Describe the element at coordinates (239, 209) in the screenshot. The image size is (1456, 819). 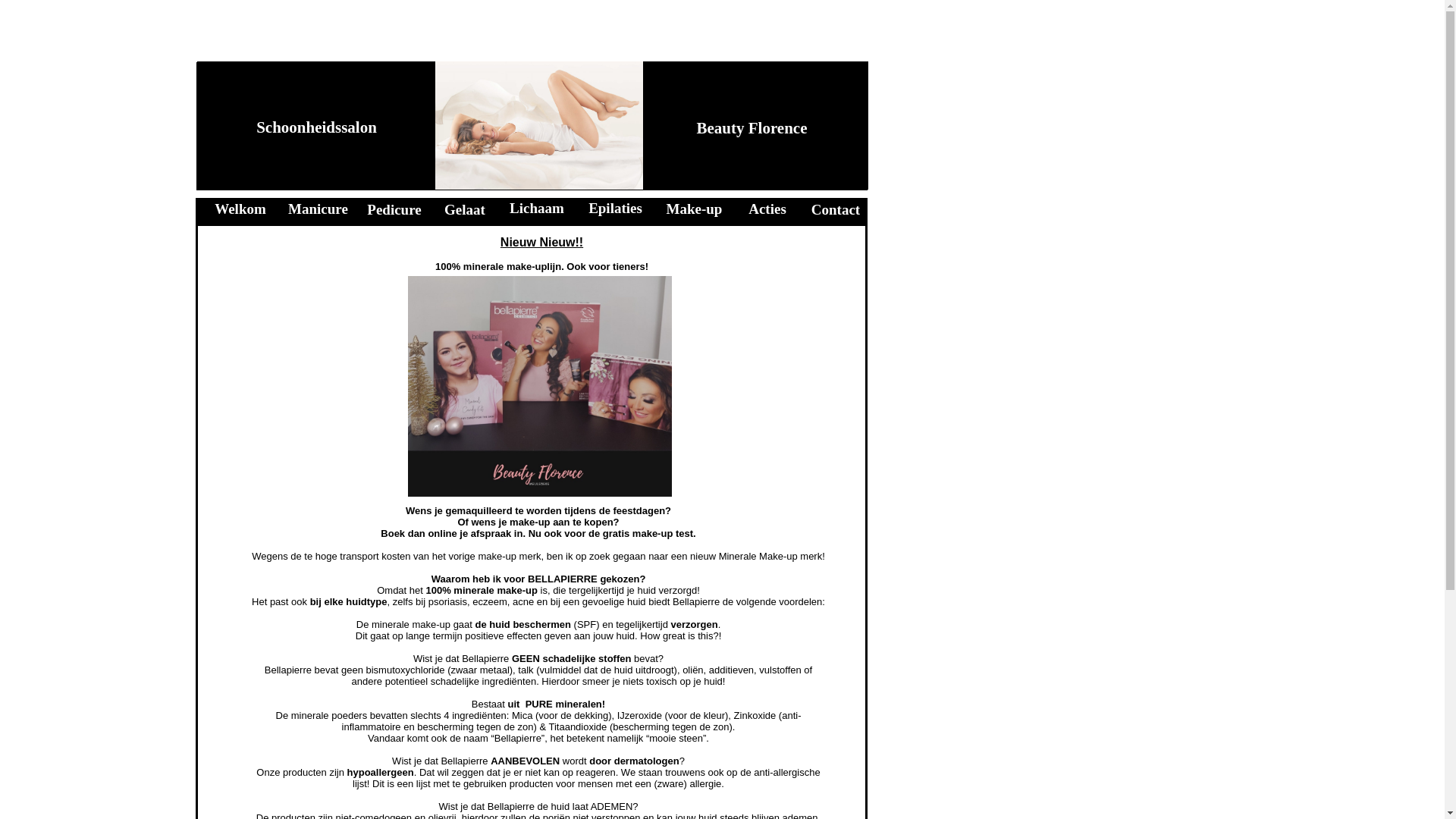
I see `'Welkom'` at that location.